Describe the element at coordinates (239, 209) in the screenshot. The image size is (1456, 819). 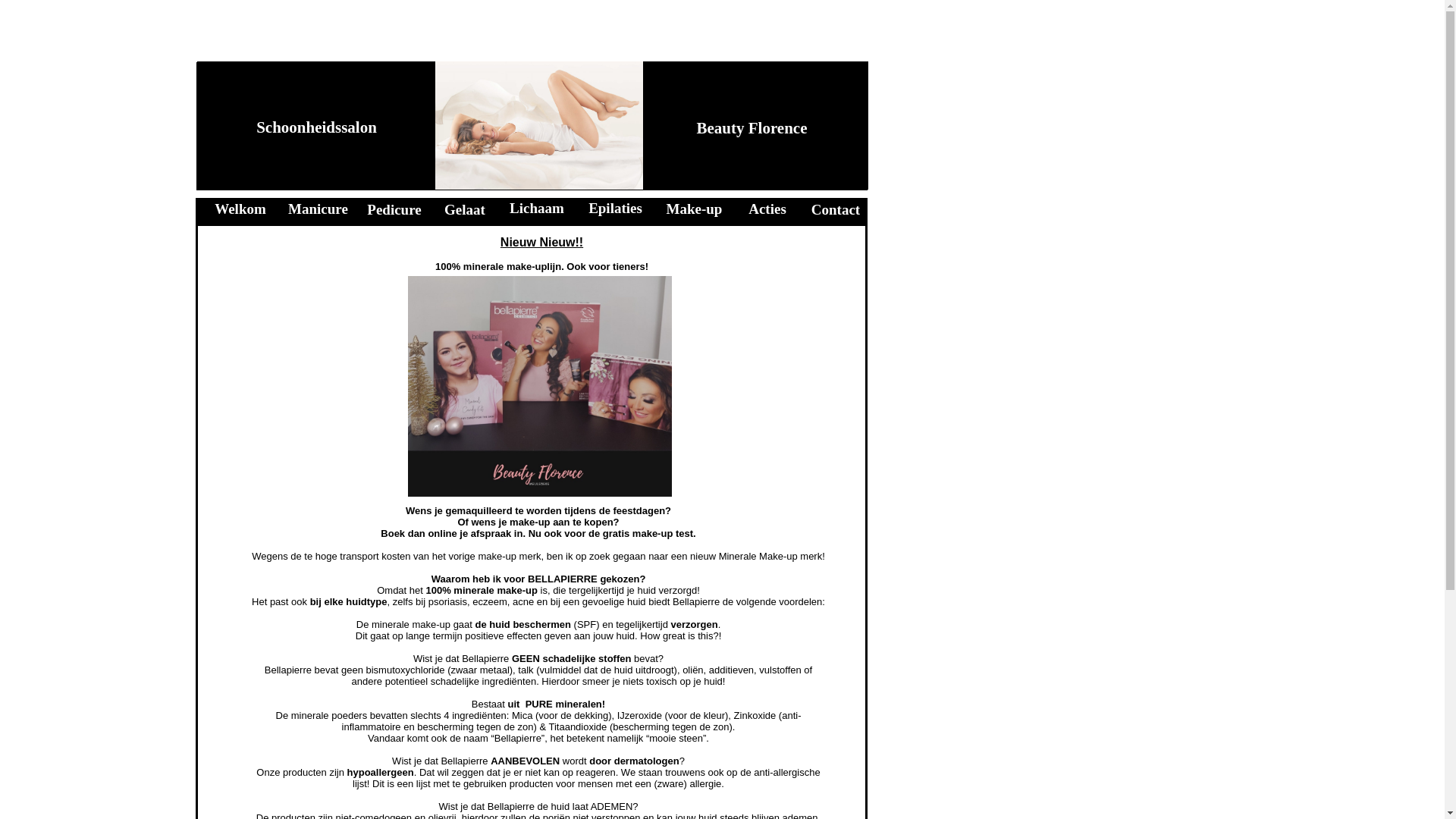
I see `'Welkom'` at that location.